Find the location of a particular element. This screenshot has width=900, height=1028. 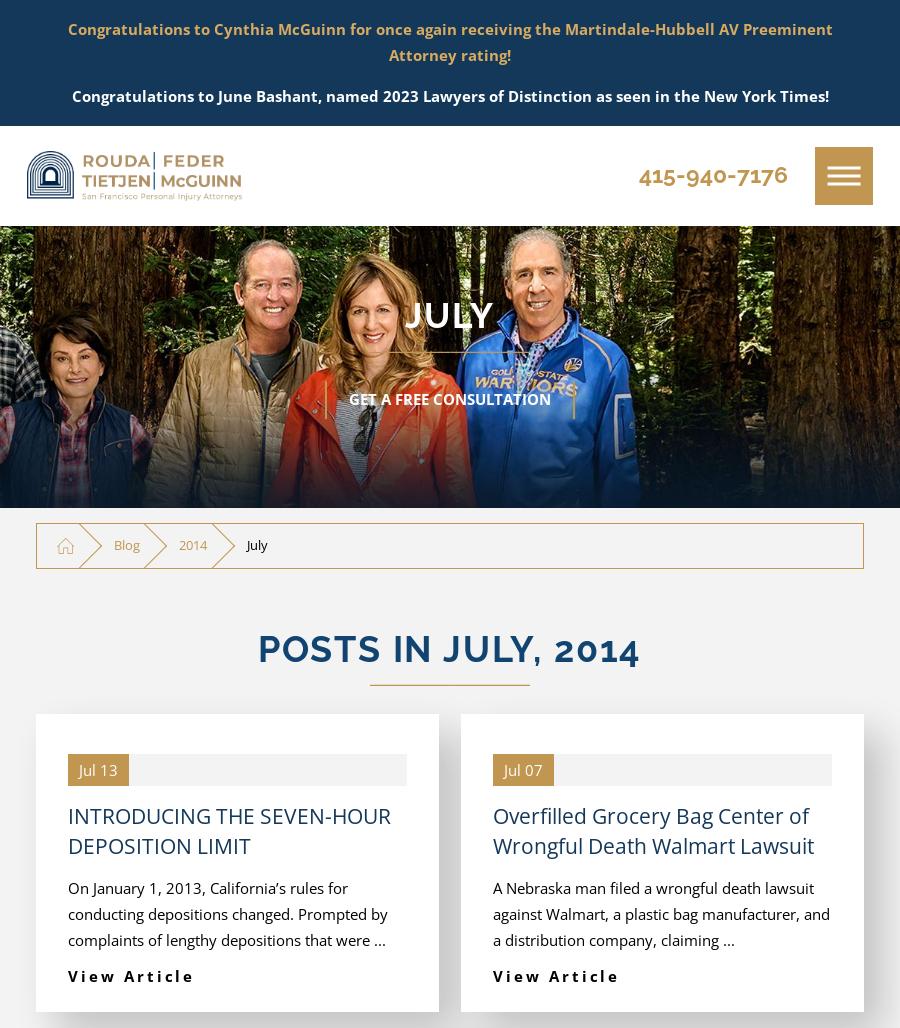

'November' is located at coordinates (169, 140).